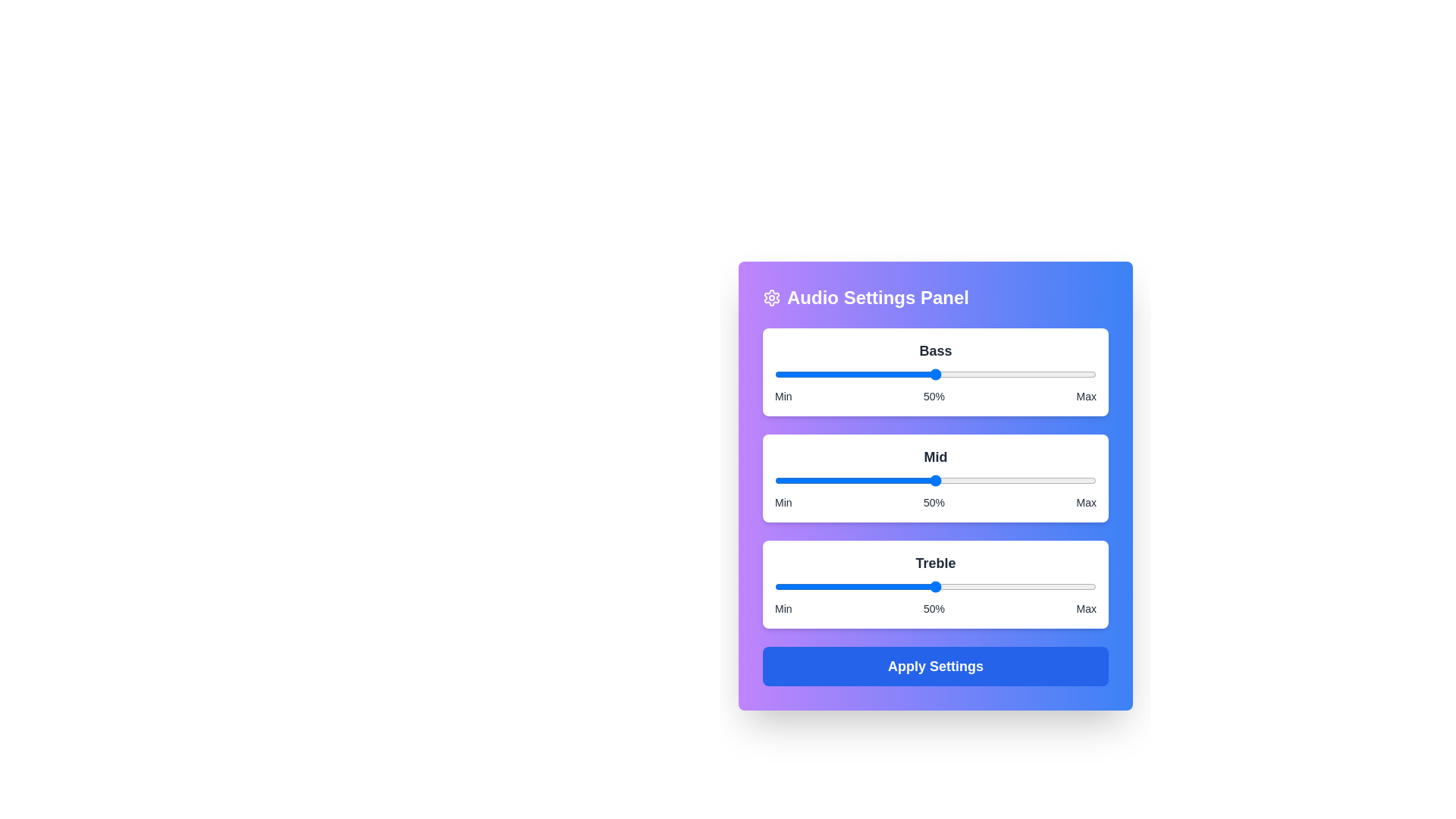 This screenshot has height=819, width=1456. I want to click on the bass level, so click(951, 374).